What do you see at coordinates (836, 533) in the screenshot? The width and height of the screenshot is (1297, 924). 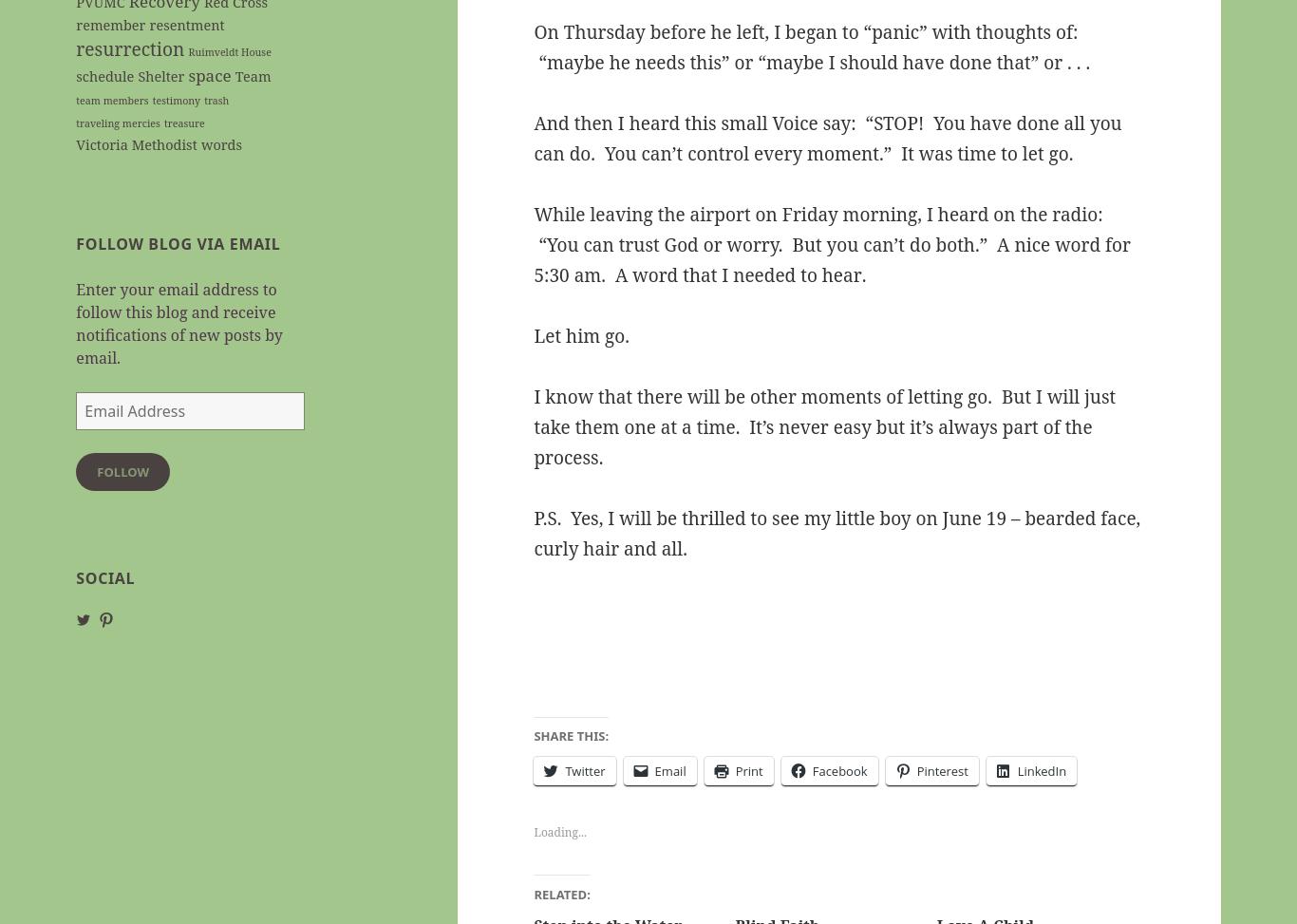 I see `'P.S.  Yes, I will be thrilled to see my little boy on June 19 – bearded face, curly hair and all.'` at bounding box center [836, 533].